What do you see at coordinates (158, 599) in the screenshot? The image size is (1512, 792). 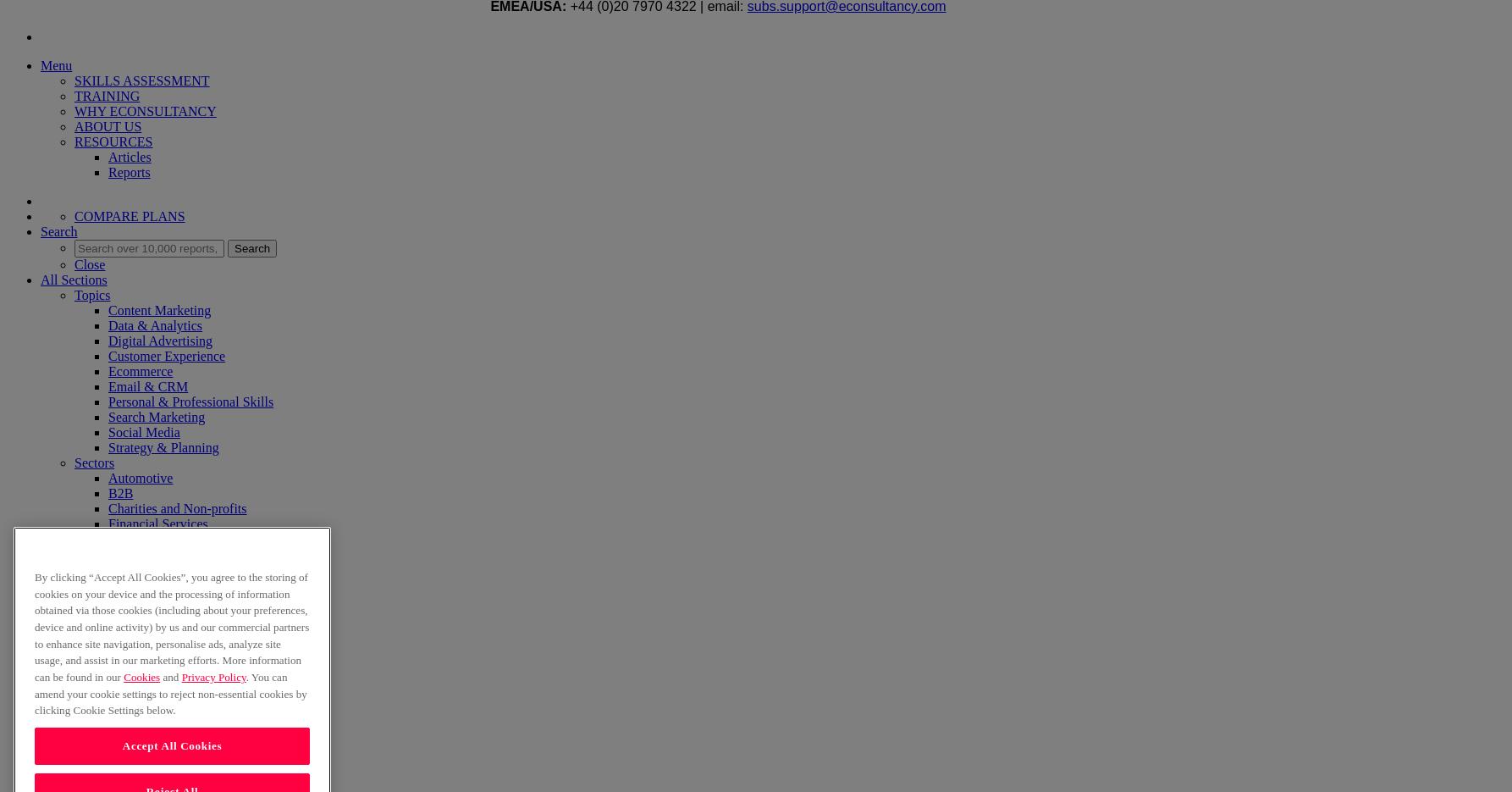 I see `'Travel and Leisure'` at bounding box center [158, 599].